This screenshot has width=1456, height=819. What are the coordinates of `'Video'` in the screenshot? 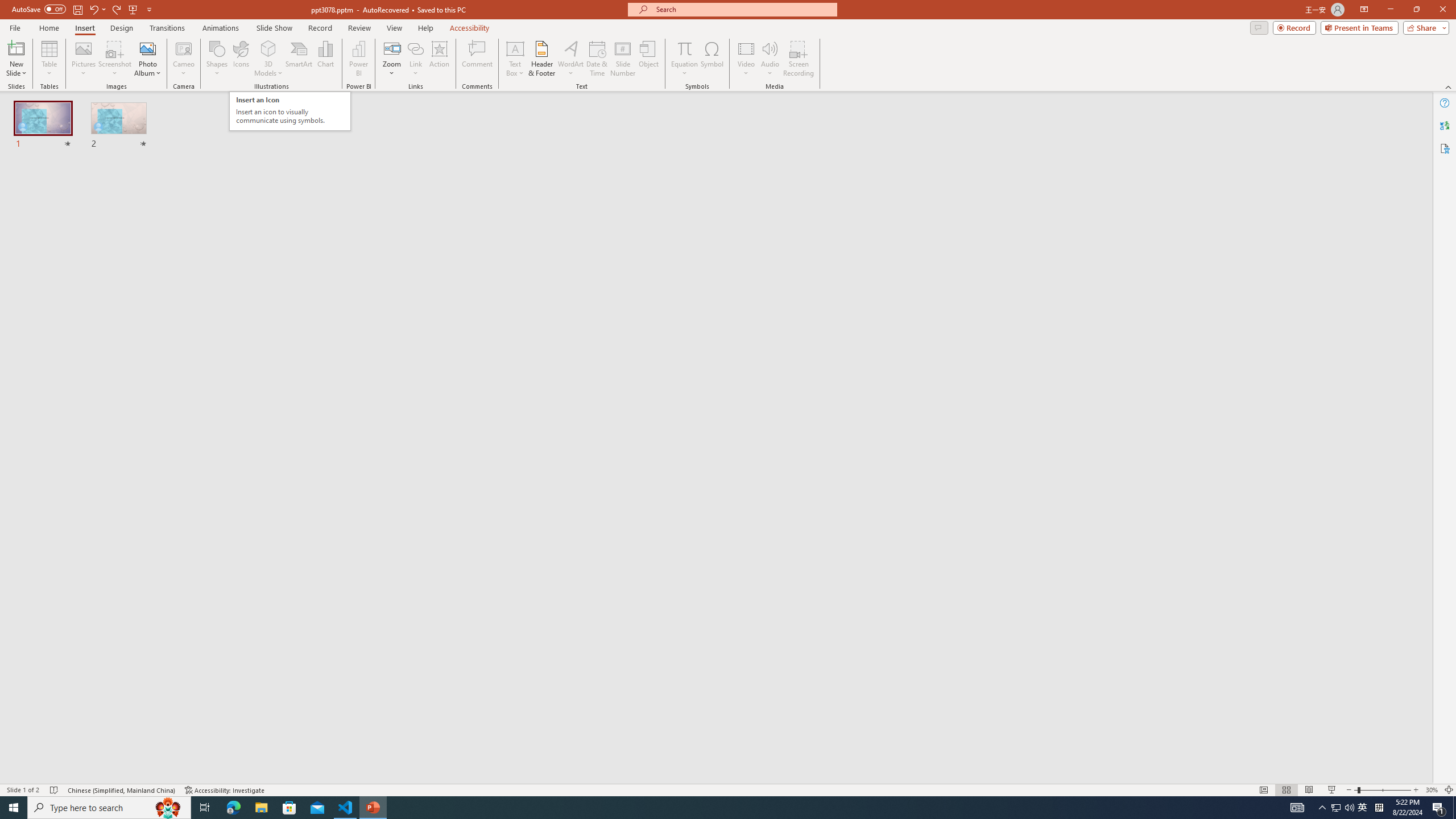 It's located at (746, 59).